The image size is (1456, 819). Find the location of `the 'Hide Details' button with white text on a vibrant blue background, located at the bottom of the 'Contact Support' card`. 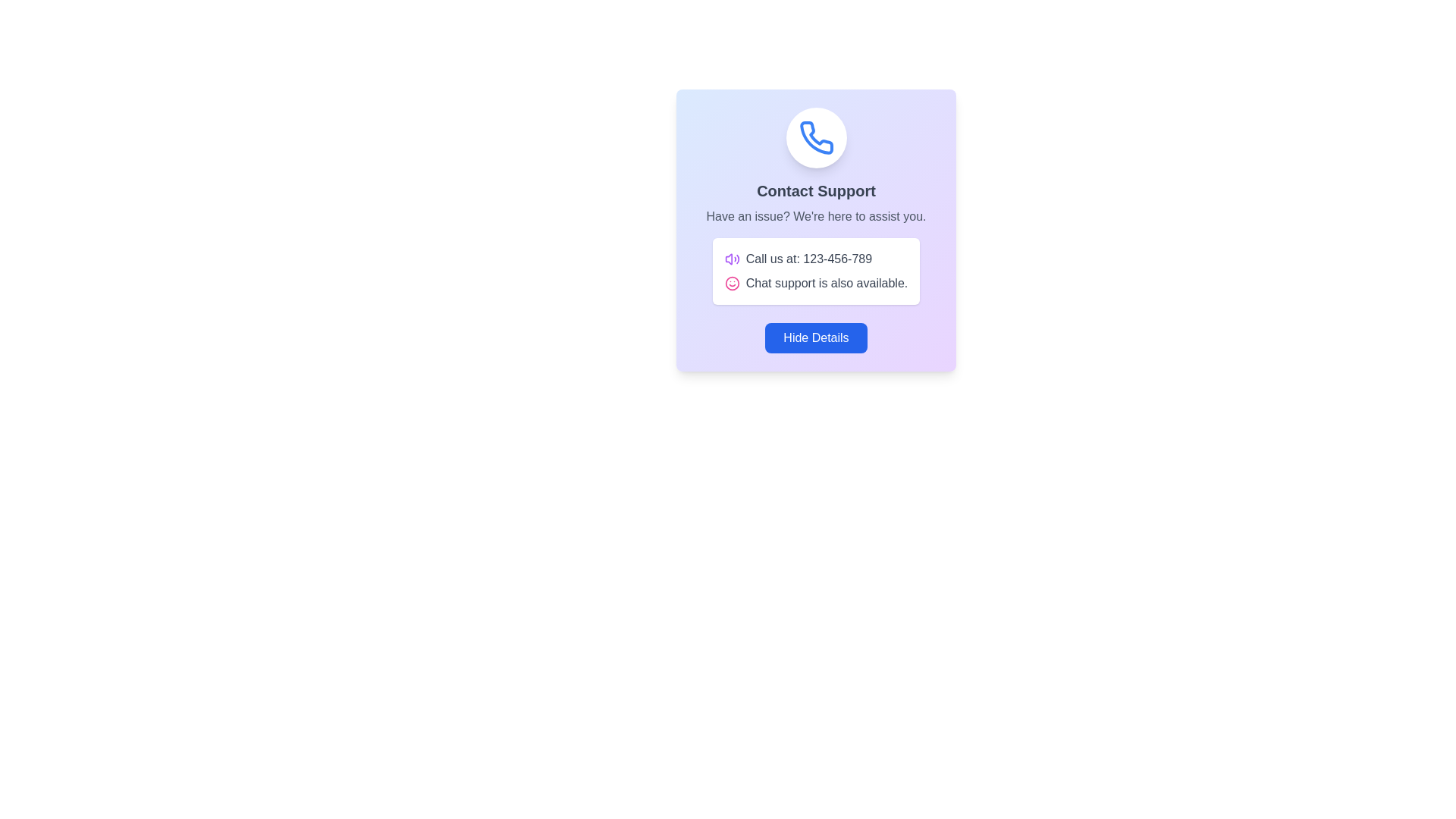

the 'Hide Details' button with white text on a vibrant blue background, located at the bottom of the 'Contact Support' card is located at coordinates (815, 337).